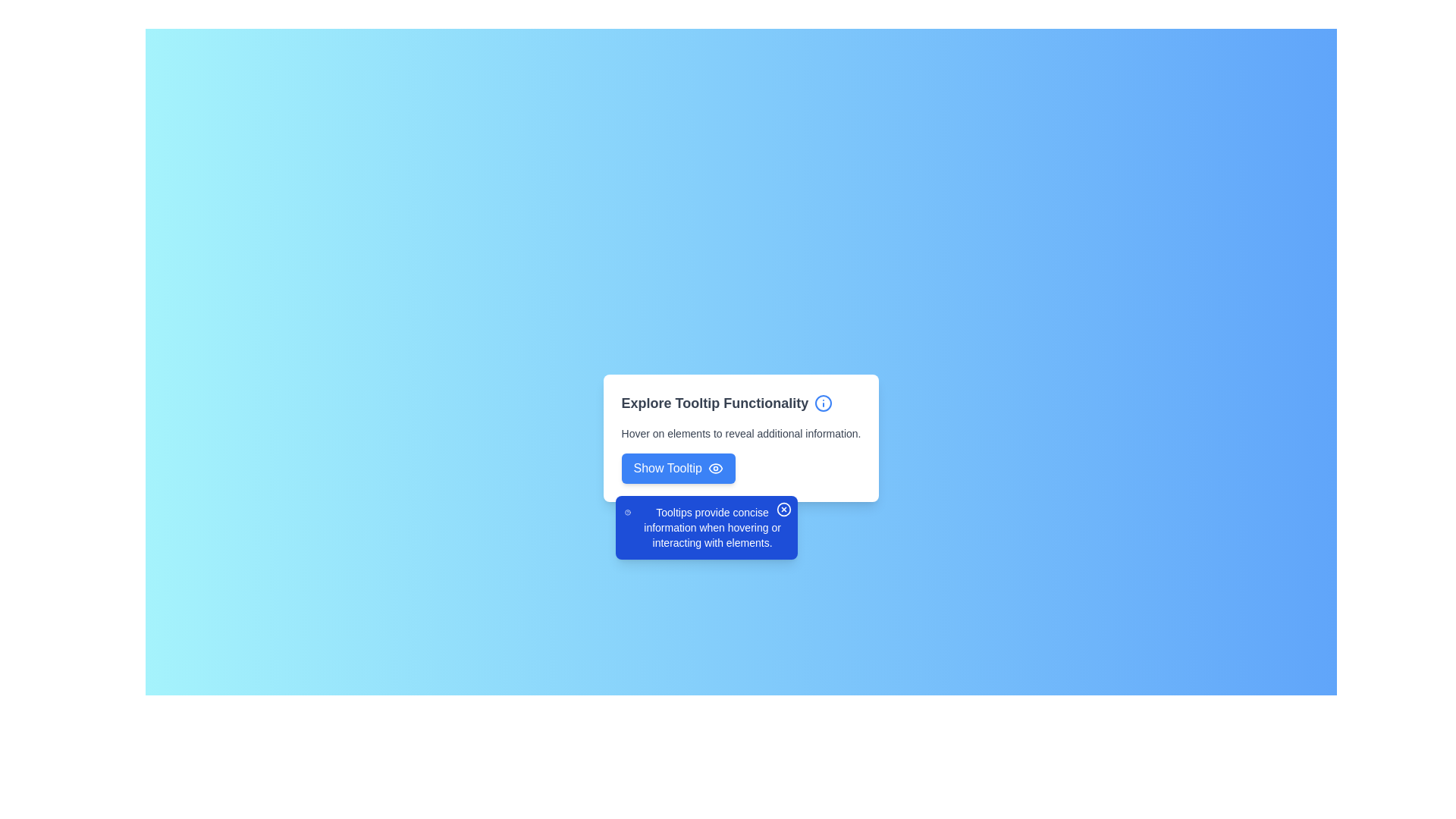 The width and height of the screenshot is (1456, 819). What do you see at coordinates (823, 403) in the screenshot?
I see `the circular Informational Icon featuring a blue border and an informational symbol by tapping on it, as it is positioned slightly to the right of the text header 'Explore Tooltip Functionality.'` at bounding box center [823, 403].